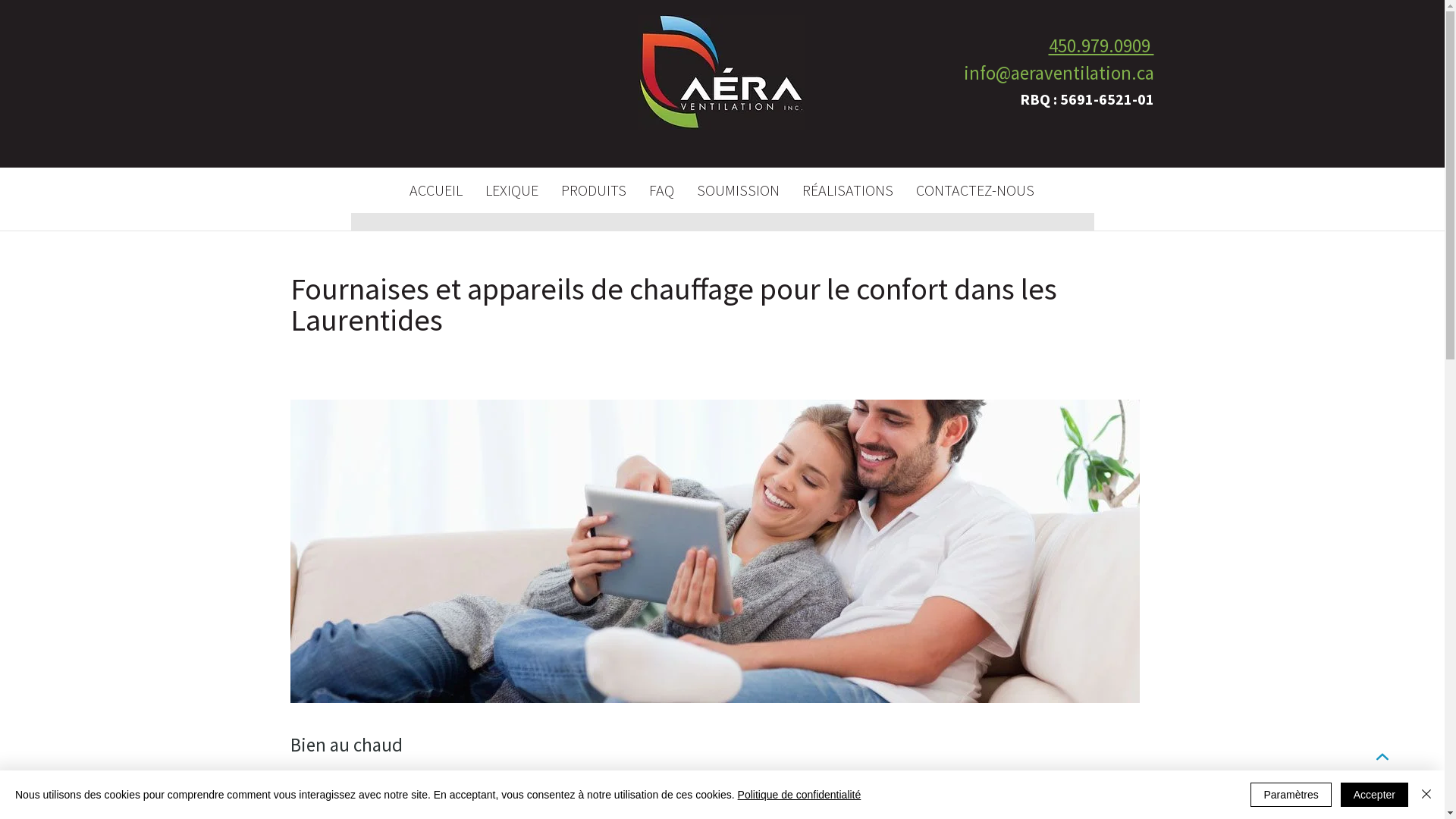 This screenshot has width=1456, height=819. I want to click on 'LEXIQUE', so click(472, 189).